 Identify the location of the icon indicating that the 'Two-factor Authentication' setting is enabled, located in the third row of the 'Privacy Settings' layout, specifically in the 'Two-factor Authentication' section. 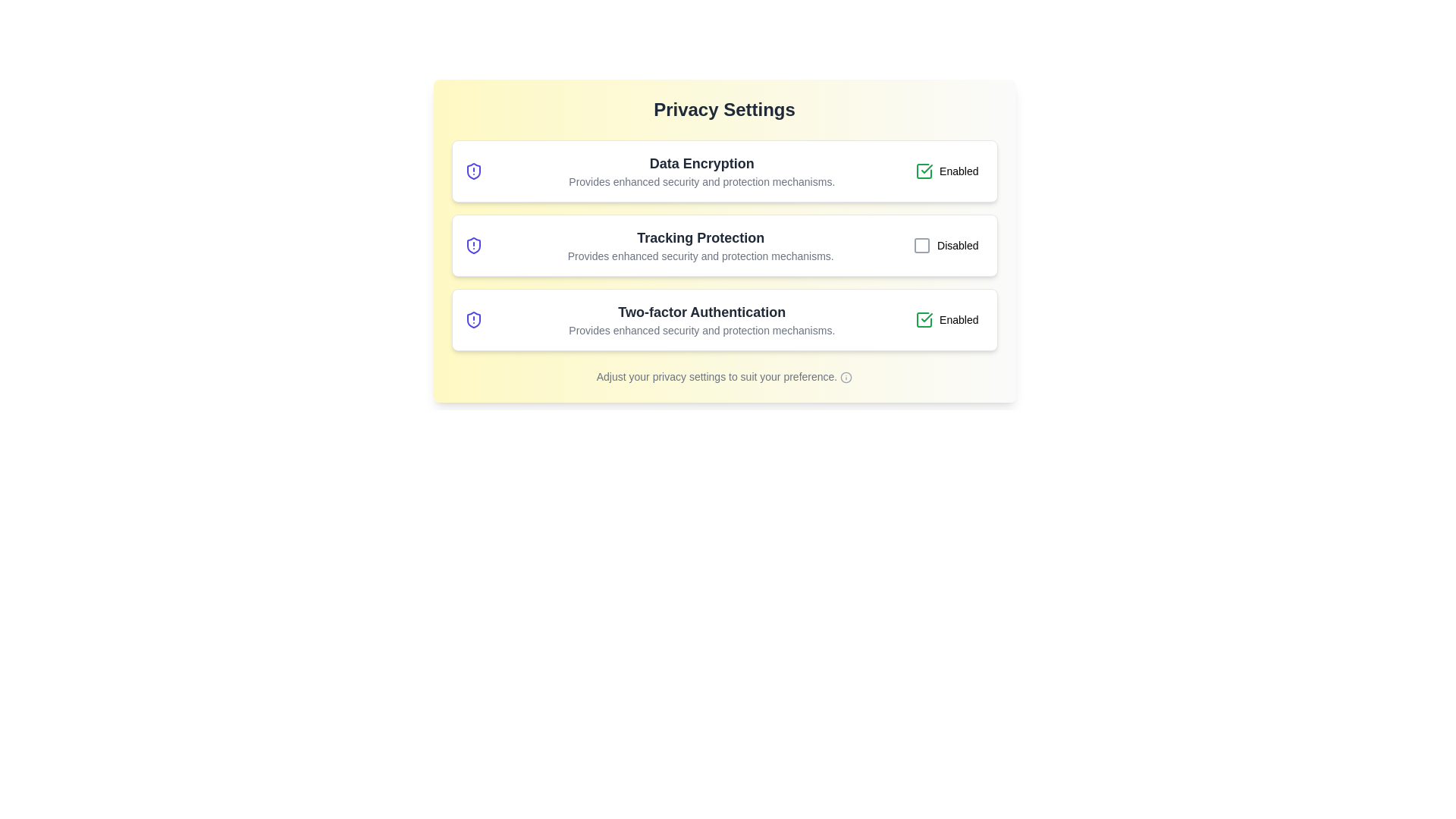
(926, 317).